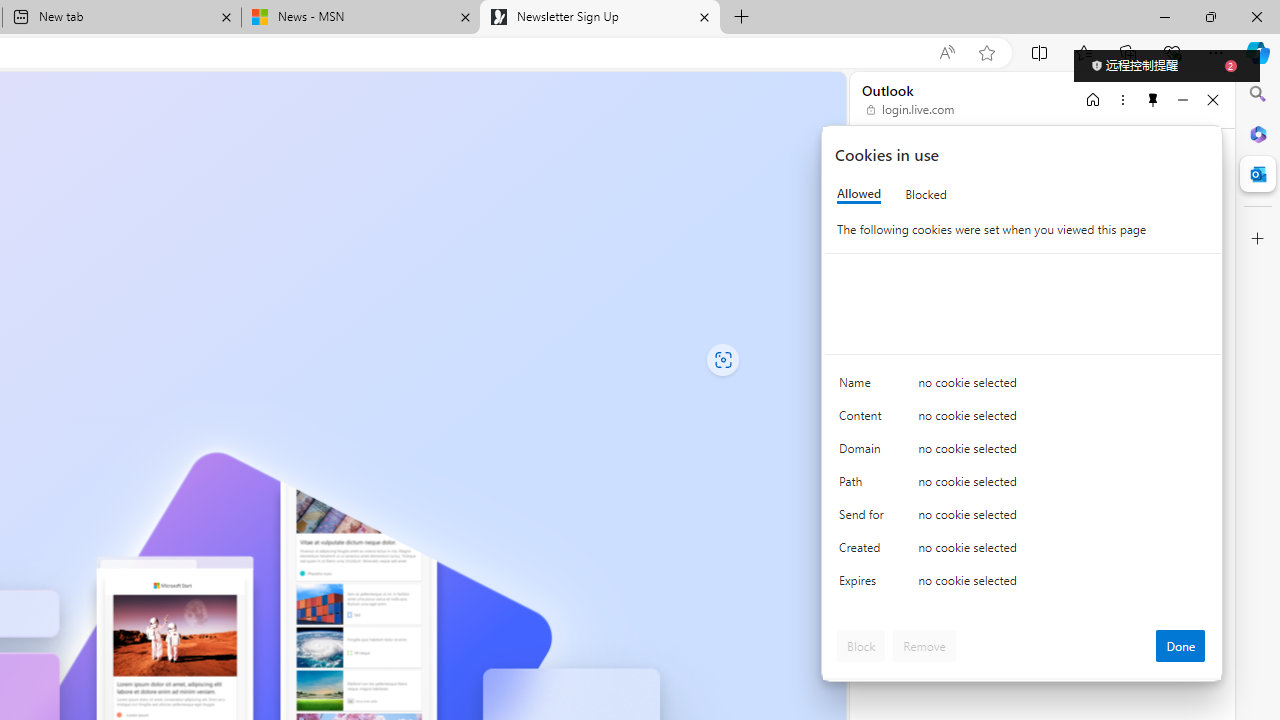 The height and width of the screenshot is (720, 1280). What do you see at coordinates (923, 645) in the screenshot?
I see `'Remove'` at bounding box center [923, 645].